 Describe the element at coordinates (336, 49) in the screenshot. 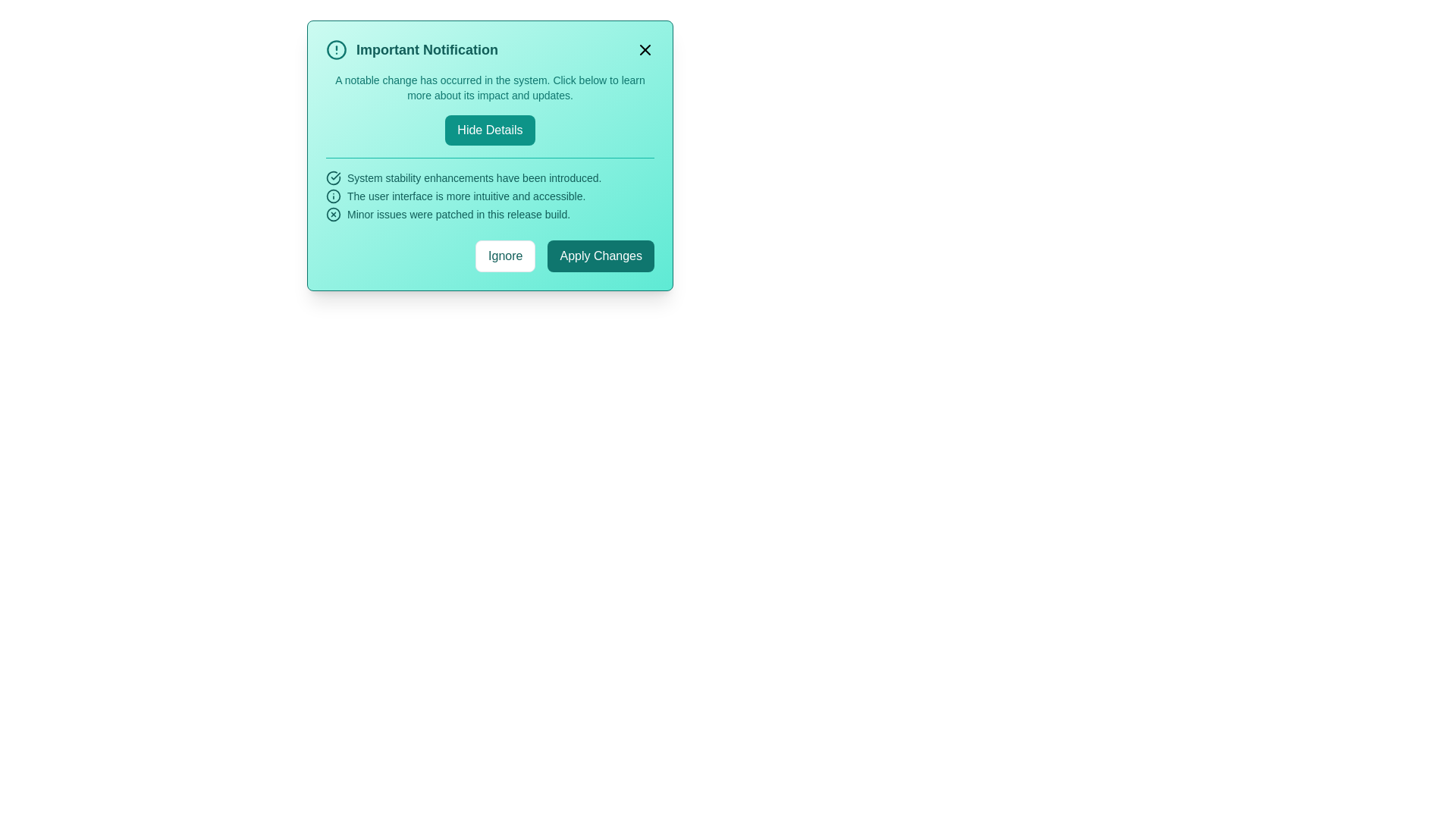

I see `the notification icon, which is a visual indicator for important alerts, positioned to the left of the 'Important Notification' text` at that location.